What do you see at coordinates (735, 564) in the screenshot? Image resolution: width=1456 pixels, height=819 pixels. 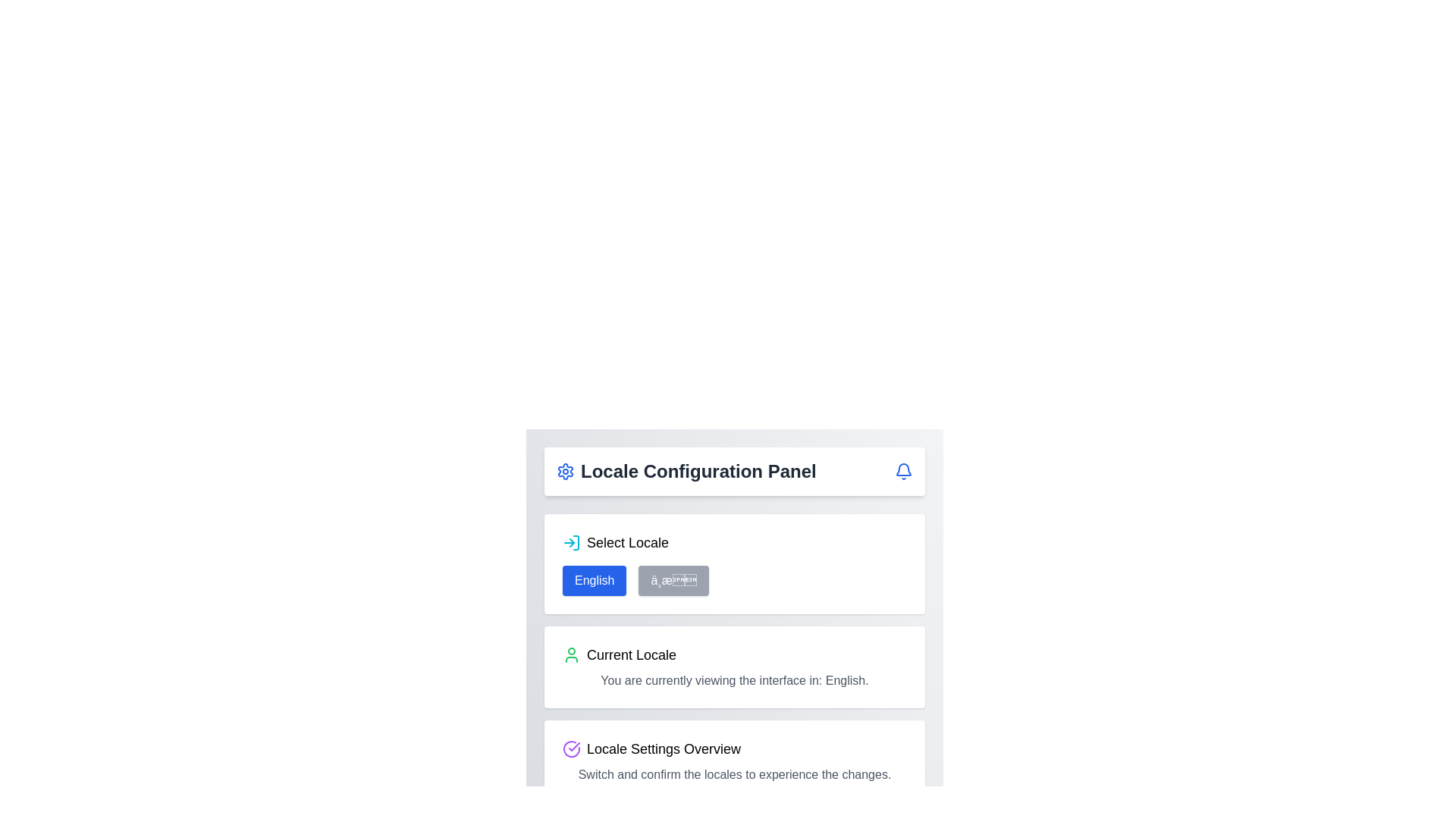 I see `title of the Locale Configuration Panel card, which is the first box among three vertically stacked cards in the middle section of the interface` at bounding box center [735, 564].